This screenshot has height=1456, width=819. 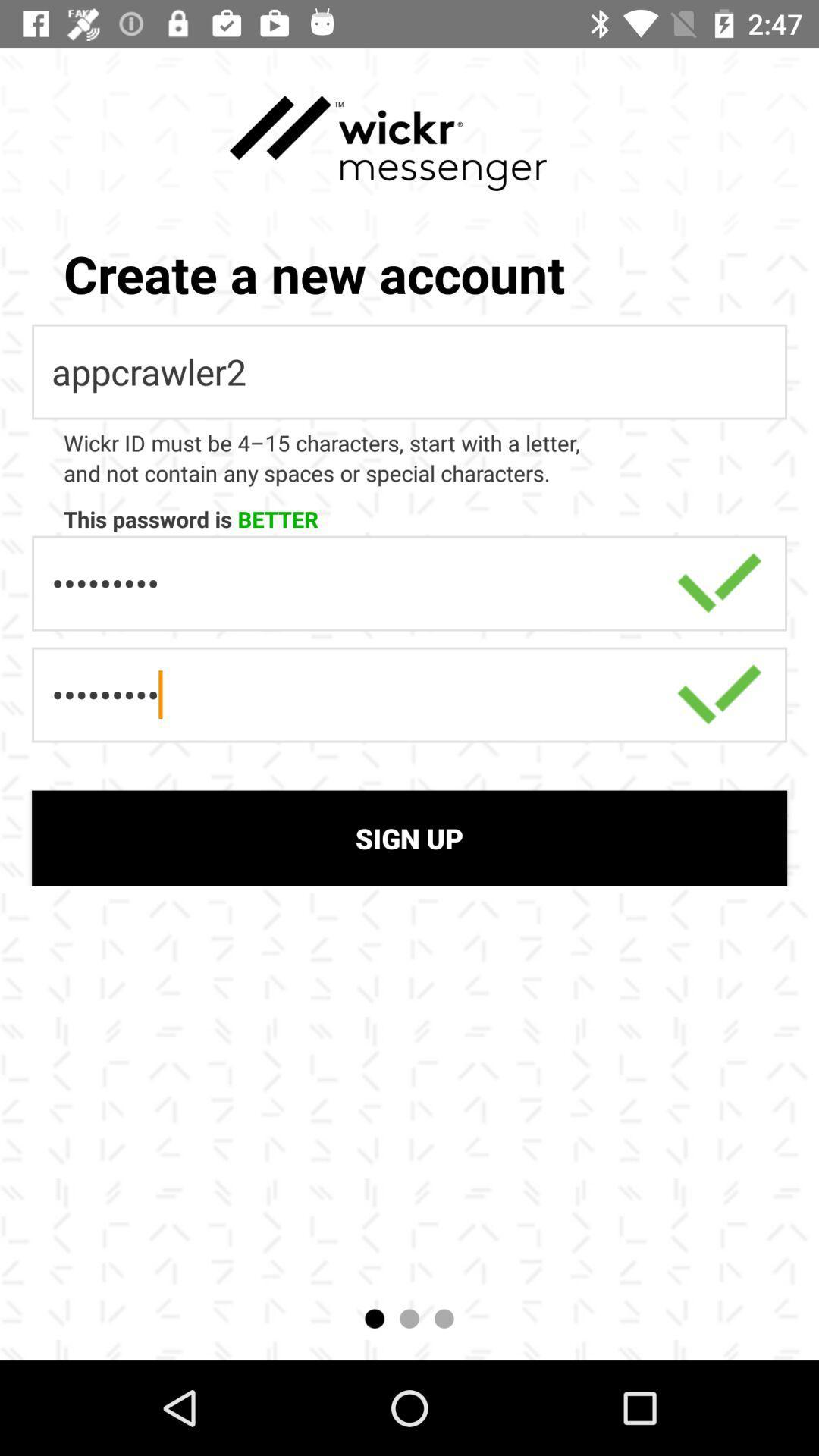 What do you see at coordinates (409, 837) in the screenshot?
I see `the icon below the crowd3116 icon` at bounding box center [409, 837].